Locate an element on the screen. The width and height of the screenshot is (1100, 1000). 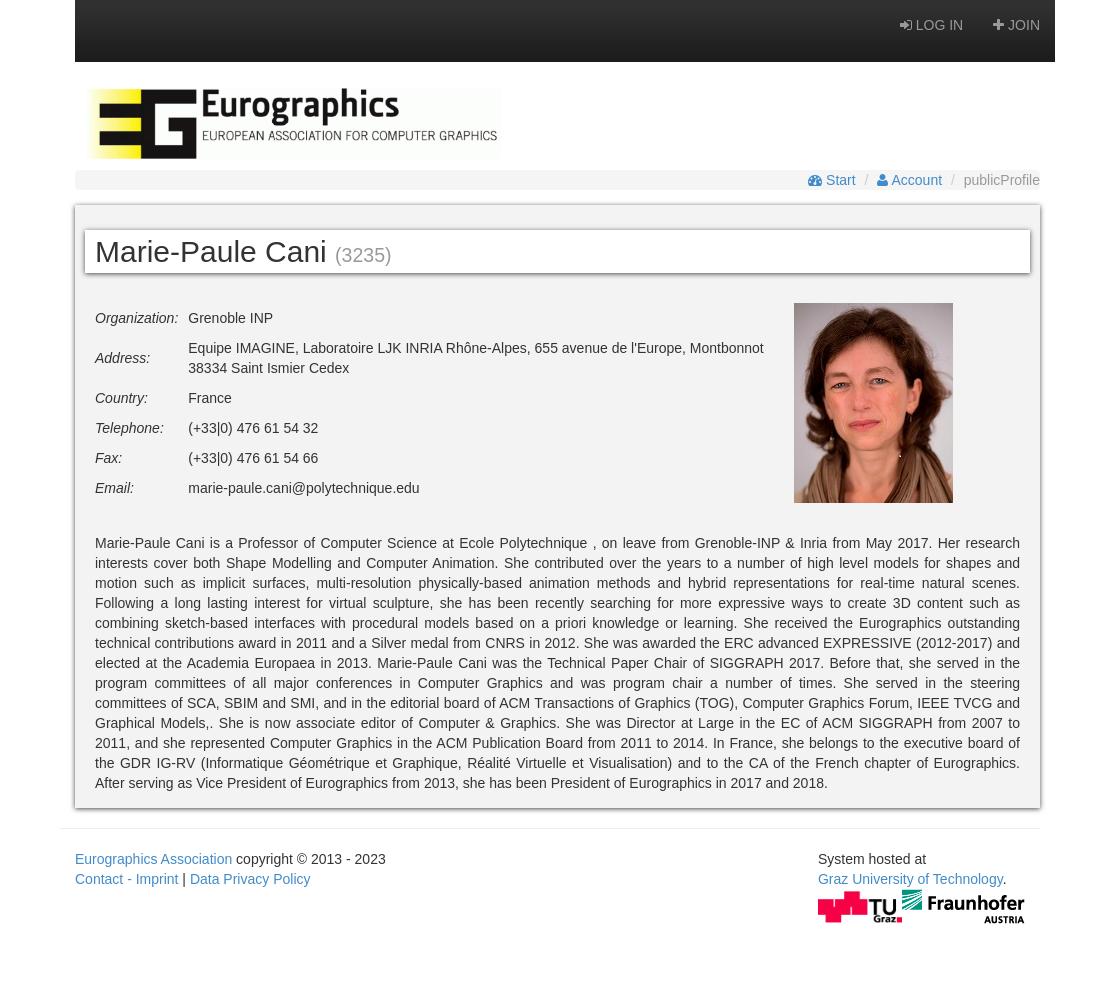
'Account' is located at coordinates (887, 180).